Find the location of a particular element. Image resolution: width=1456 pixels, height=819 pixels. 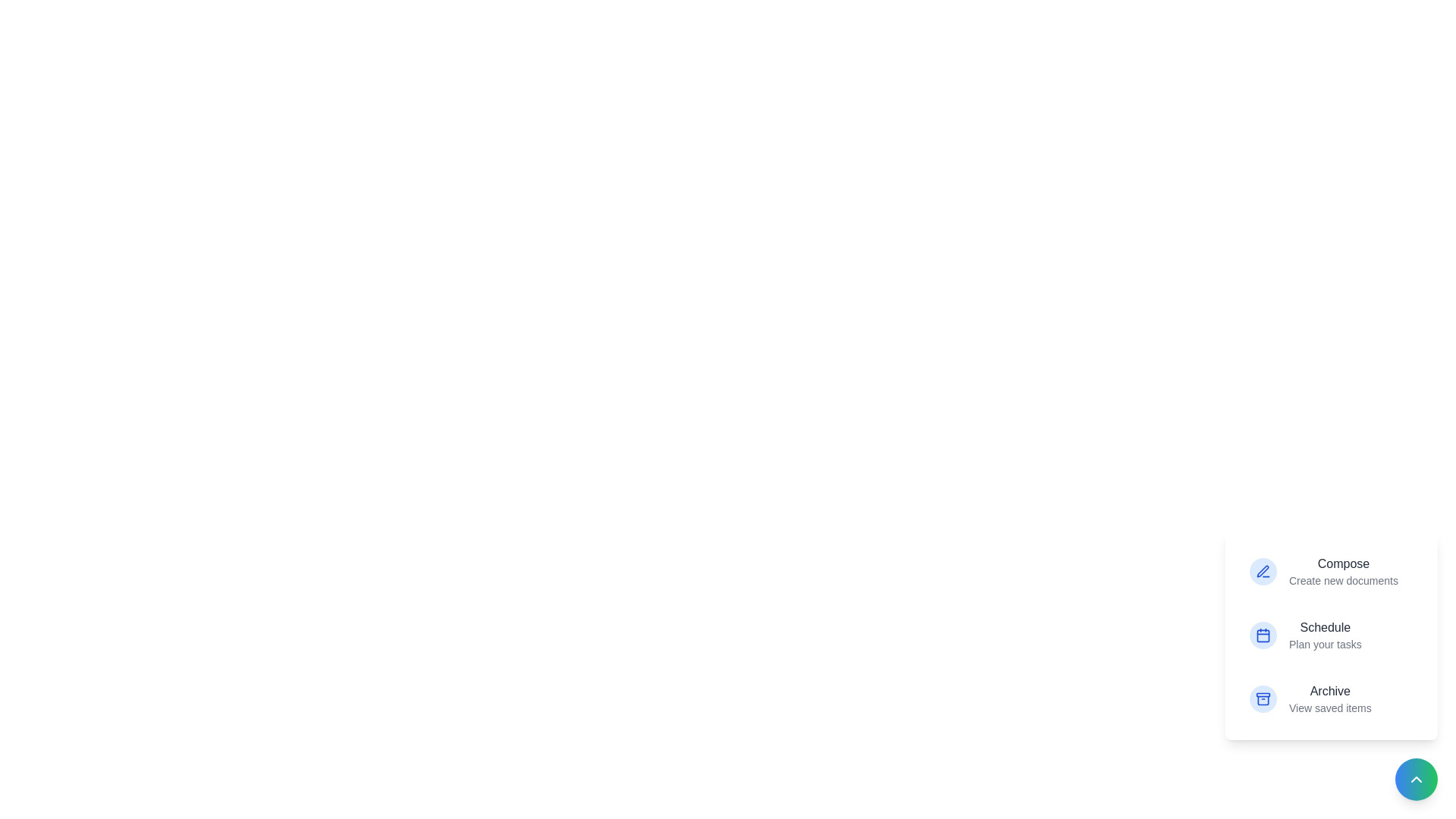

the 'Archive' option to view saved items is located at coordinates (1331, 698).